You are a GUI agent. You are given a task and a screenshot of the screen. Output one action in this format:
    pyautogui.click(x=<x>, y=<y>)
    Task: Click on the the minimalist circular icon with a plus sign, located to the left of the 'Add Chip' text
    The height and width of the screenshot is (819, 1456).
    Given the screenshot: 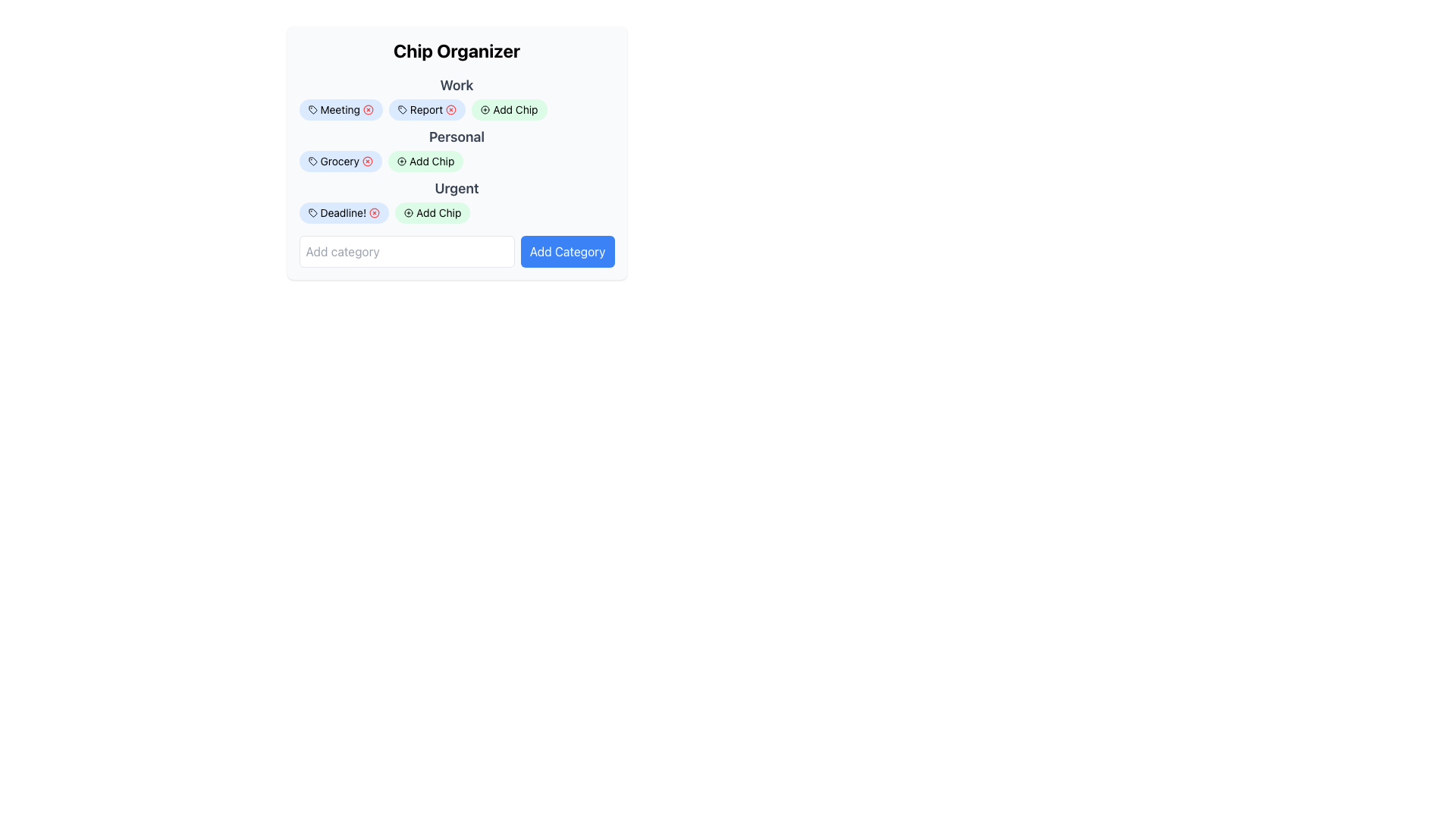 What is the action you would take?
    pyautogui.click(x=485, y=109)
    